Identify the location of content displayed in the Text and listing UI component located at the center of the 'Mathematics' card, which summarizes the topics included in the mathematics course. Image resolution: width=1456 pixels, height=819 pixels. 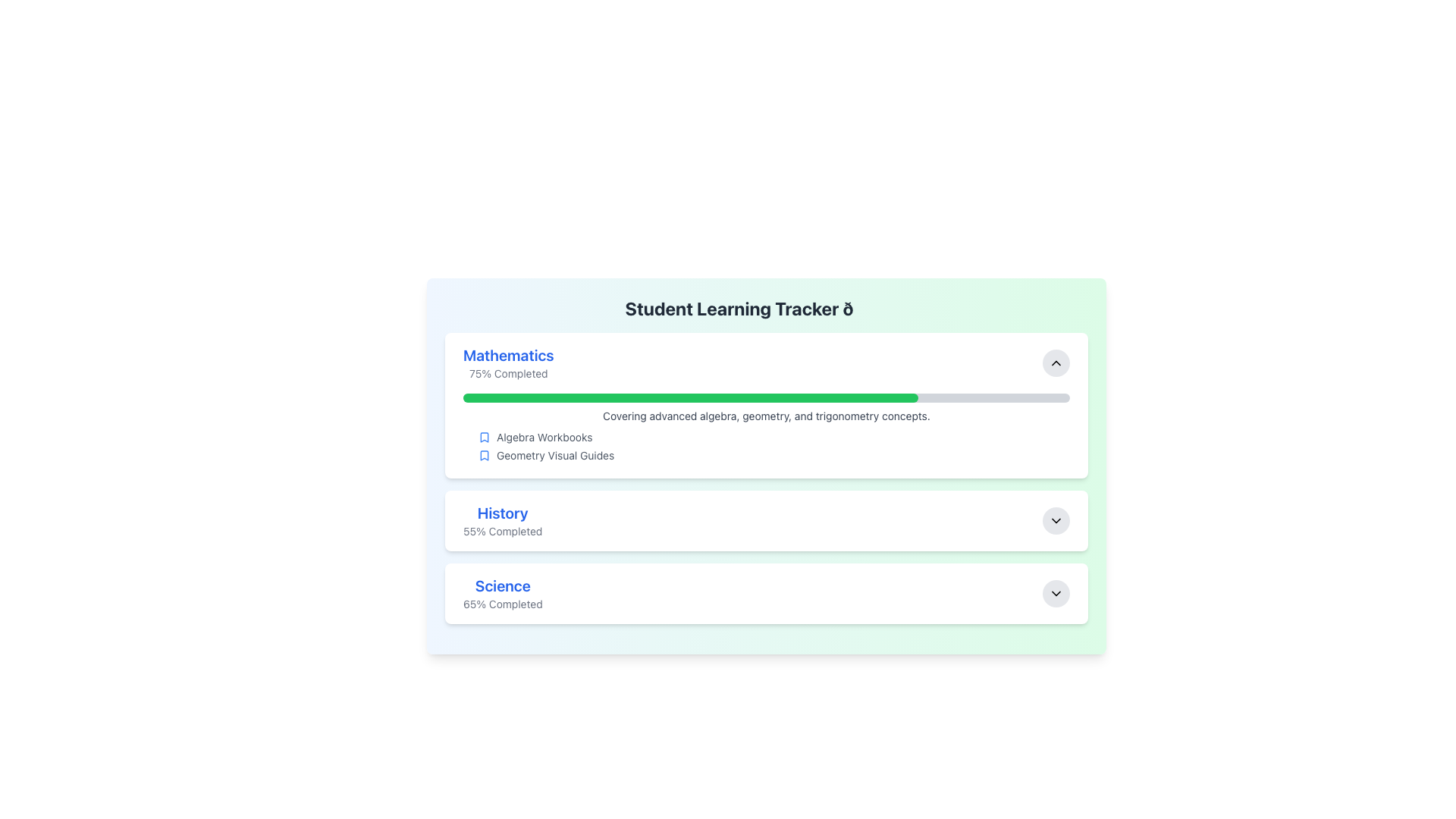
(767, 428).